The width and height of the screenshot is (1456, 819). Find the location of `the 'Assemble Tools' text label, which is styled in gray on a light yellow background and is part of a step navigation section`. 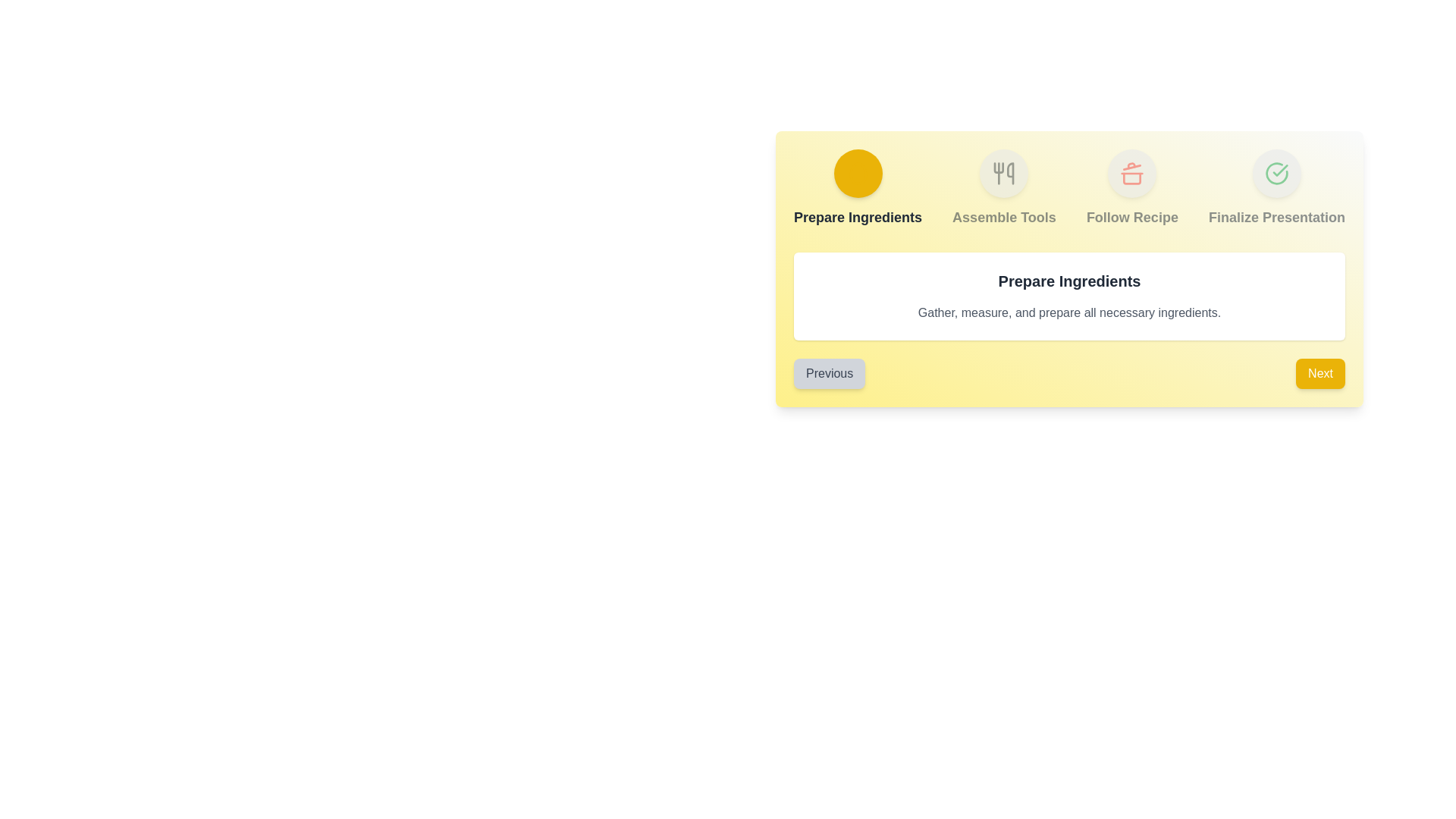

the 'Assemble Tools' text label, which is styled in gray on a light yellow background and is part of a step navigation section is located at coordinates (1004, 217).